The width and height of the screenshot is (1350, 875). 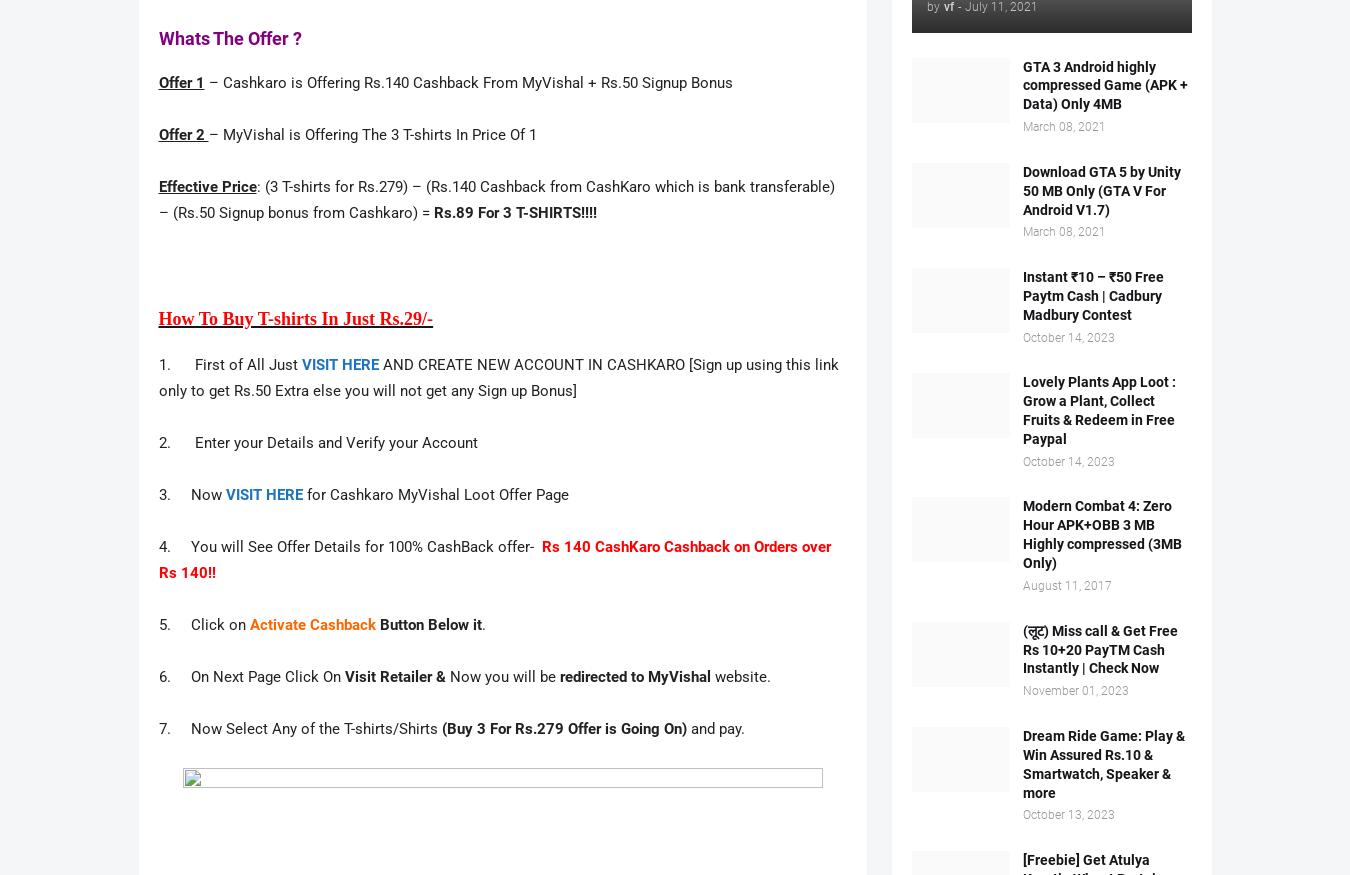 I want to click on 'for Cashkaro MyVishal Loot Offer Page', so click(x=300, y=494).